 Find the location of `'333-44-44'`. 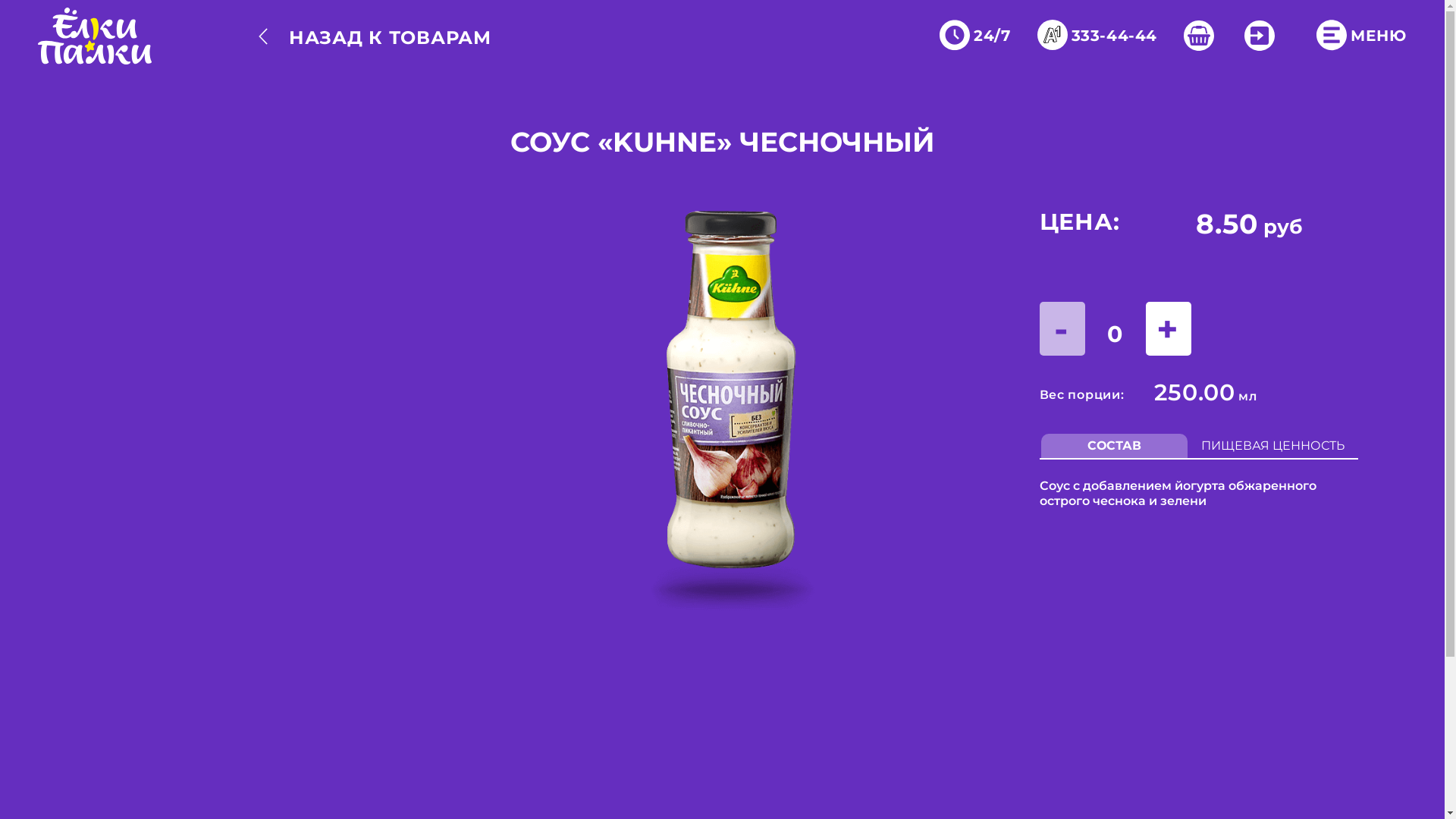

'333-44-44' is located at coordinates (1100, 35).